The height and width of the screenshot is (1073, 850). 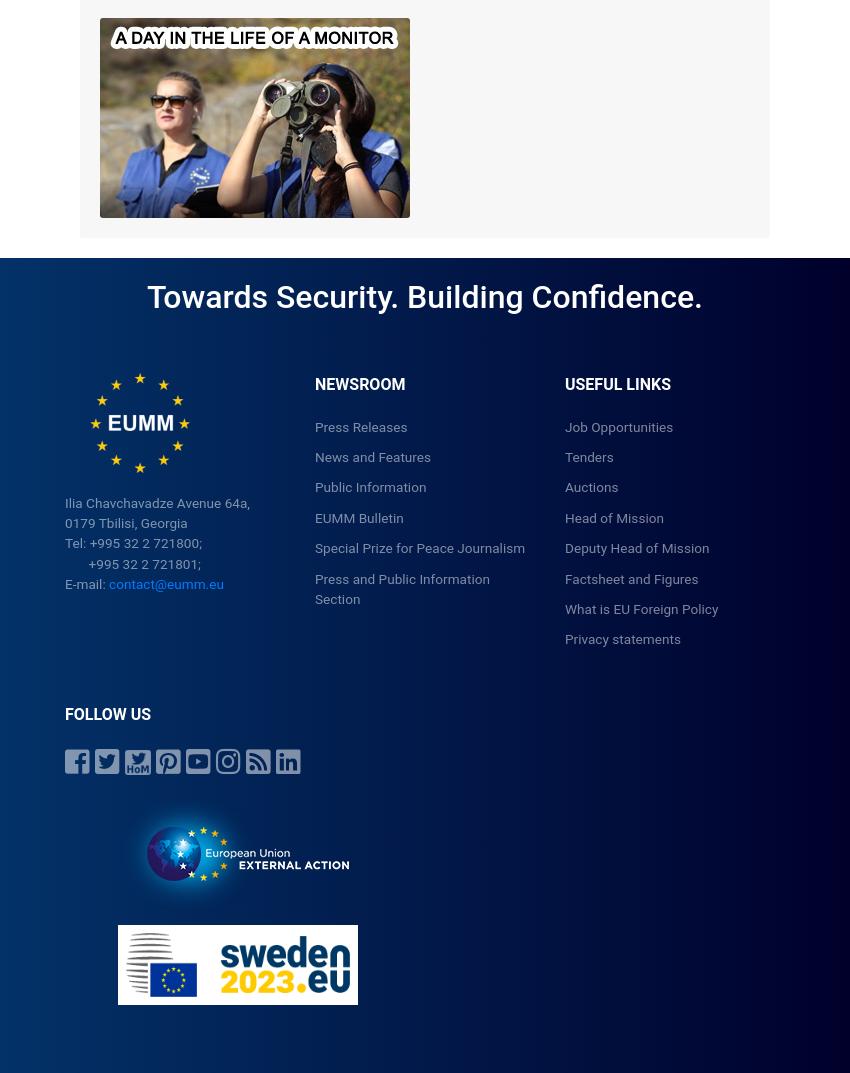 What do you see at coordinates (617, 425) in the screenshot?
I see `'Job Opportunities'` at bounding box center [617, 425].